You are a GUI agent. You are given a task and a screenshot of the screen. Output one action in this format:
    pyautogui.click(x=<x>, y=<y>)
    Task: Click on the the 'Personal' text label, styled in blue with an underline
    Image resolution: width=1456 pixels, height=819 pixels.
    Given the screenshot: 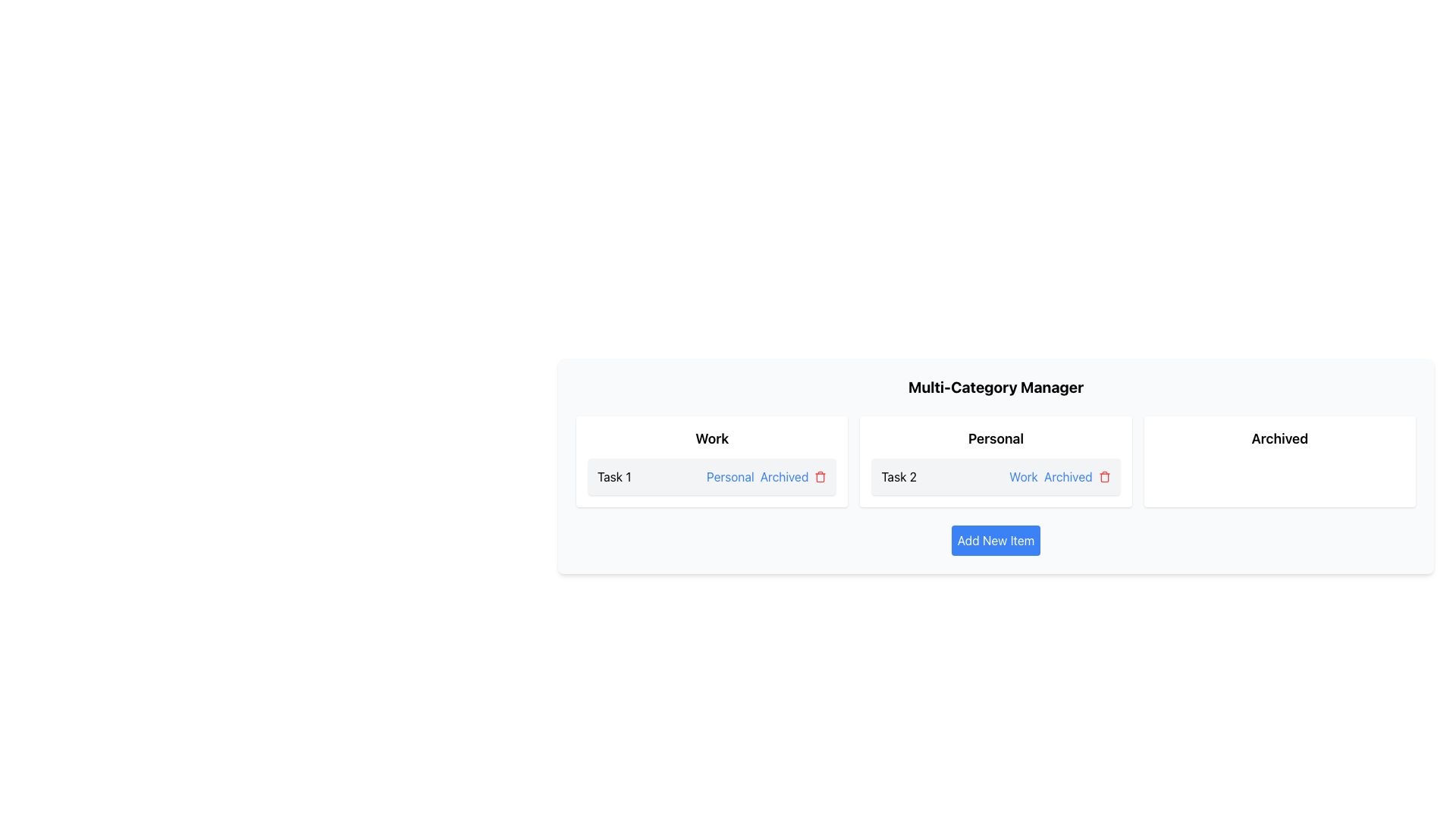 What is the action you would take?
    pyautogui.click(x=730, y=475)
    